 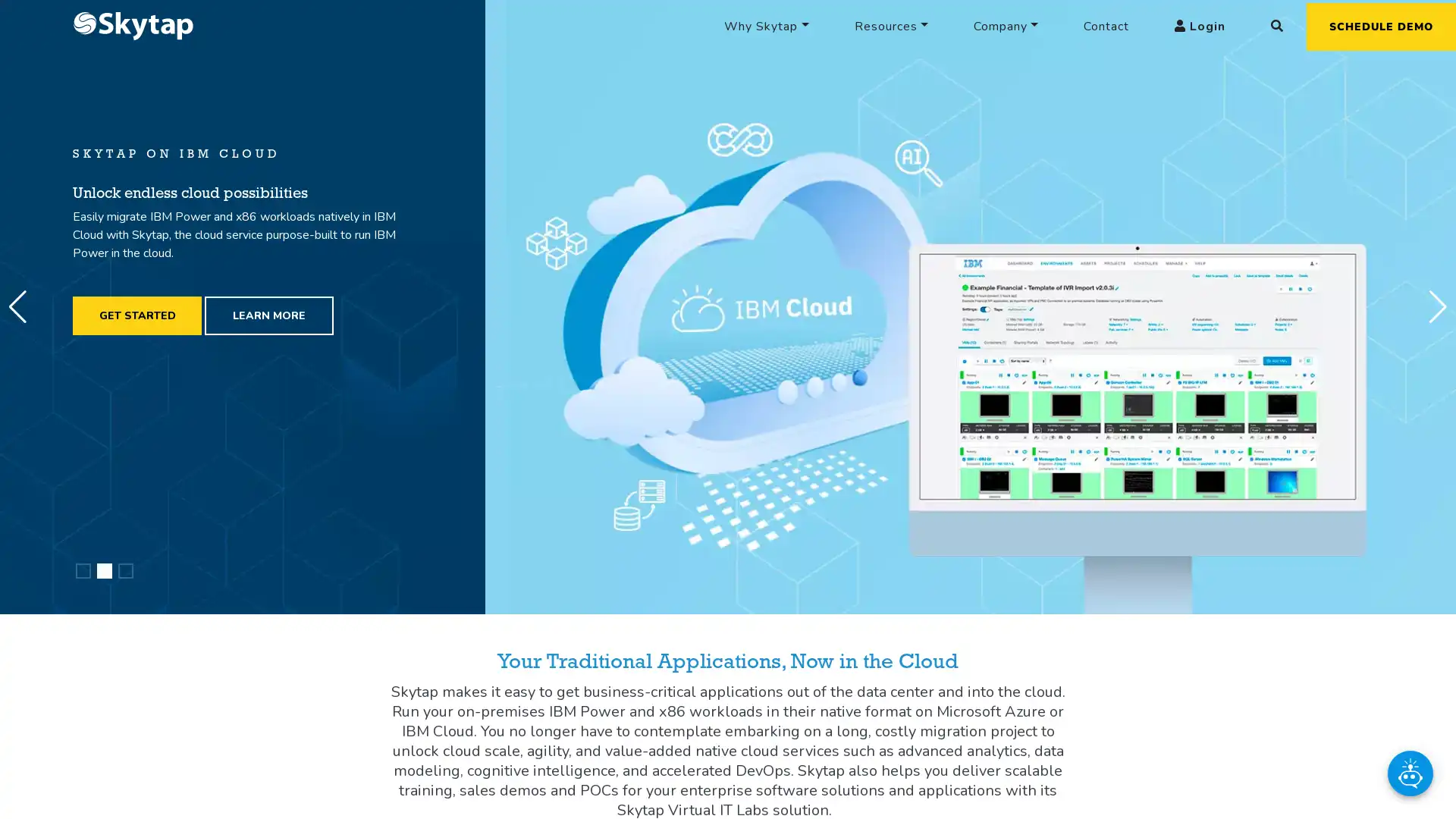 What do you see at coordinates (104, 570) in the screenshot?
I see `Go to slide 2` at bounding box center [104, 570].